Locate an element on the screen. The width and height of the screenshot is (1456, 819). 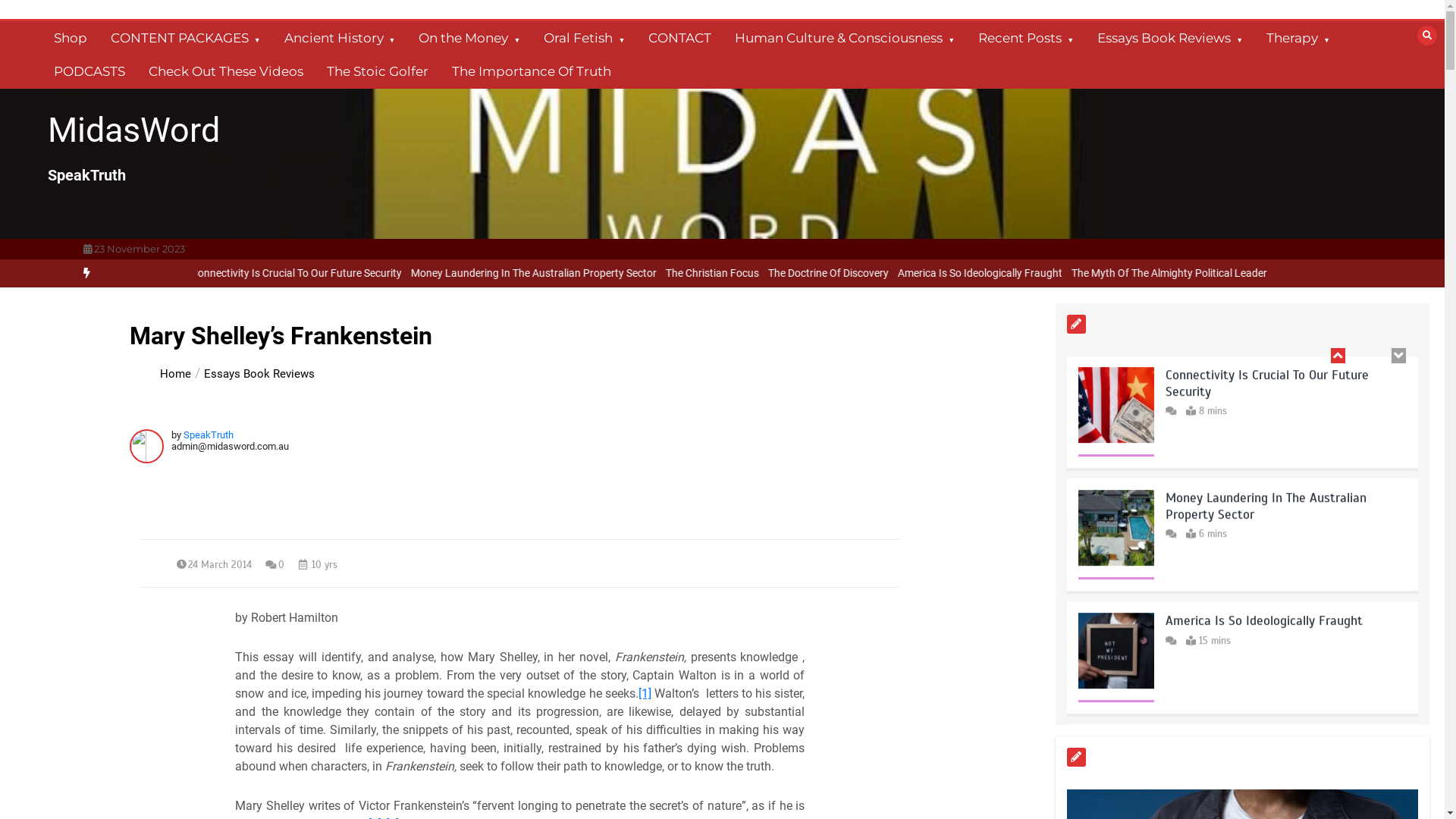
'Shop' is located at coordinates (47, 37).